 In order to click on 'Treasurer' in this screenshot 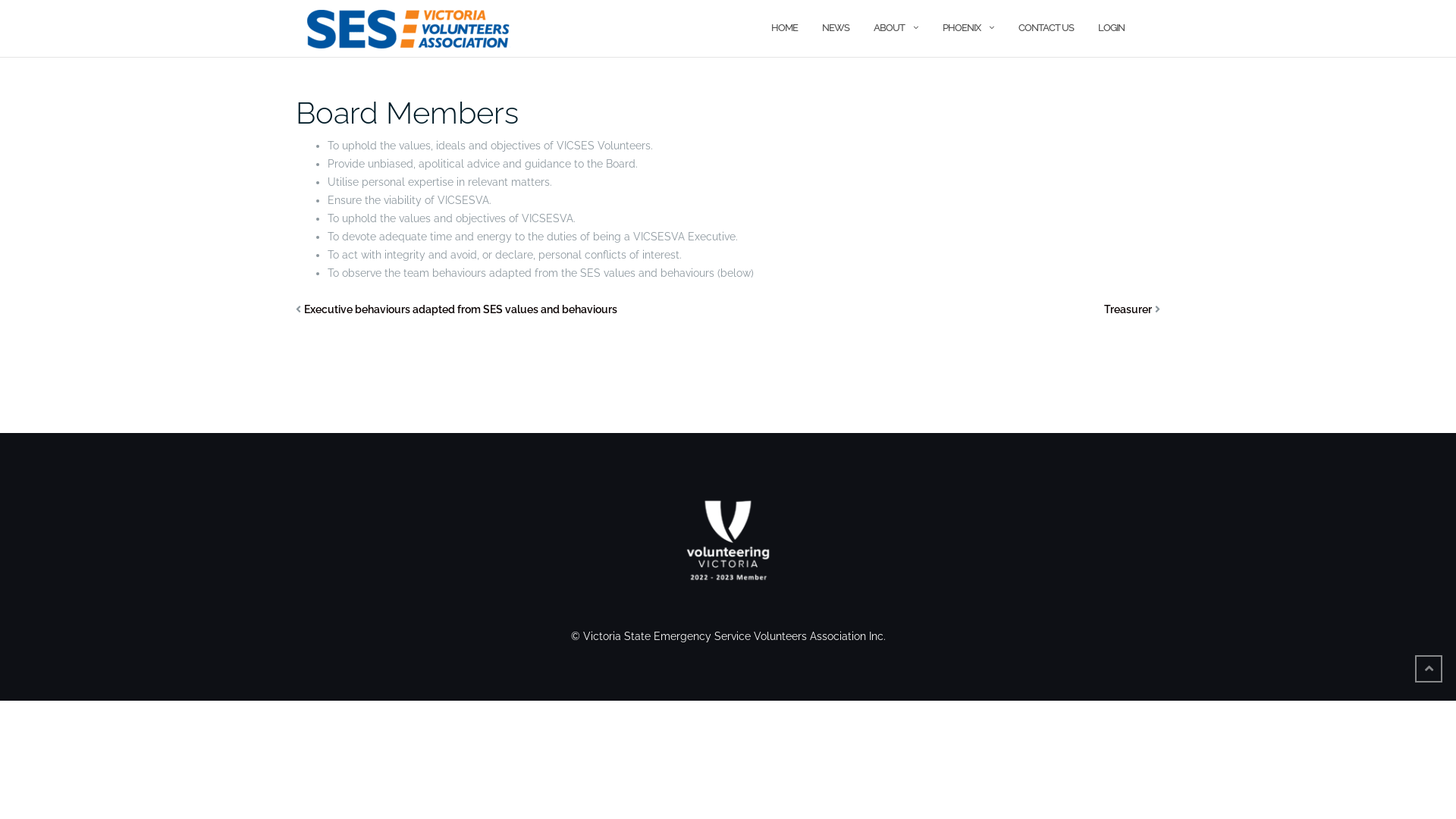, I will do `click(1103, 309)`.